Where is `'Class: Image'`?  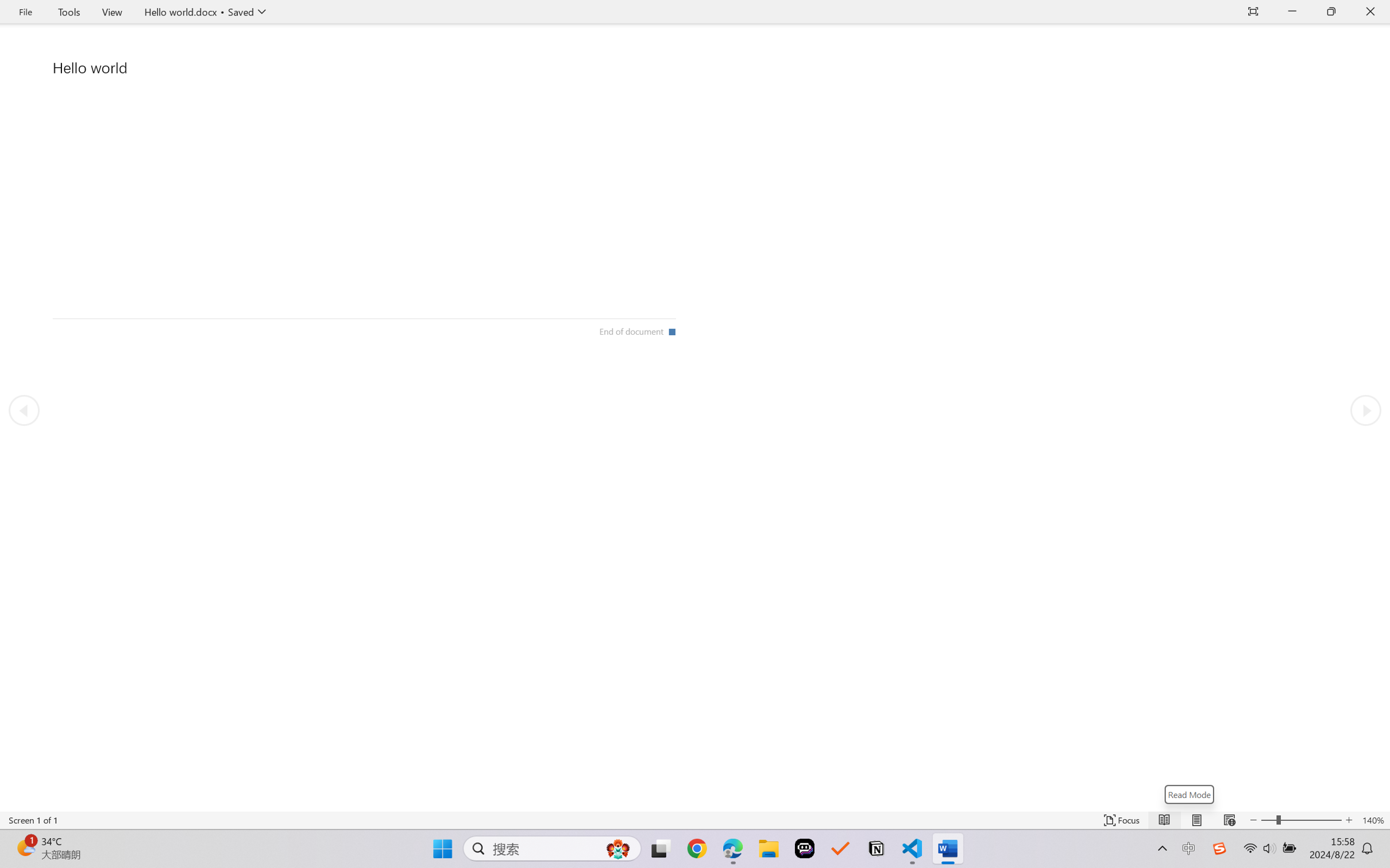 'Class: Image' is located at coordinates (1219, 848).